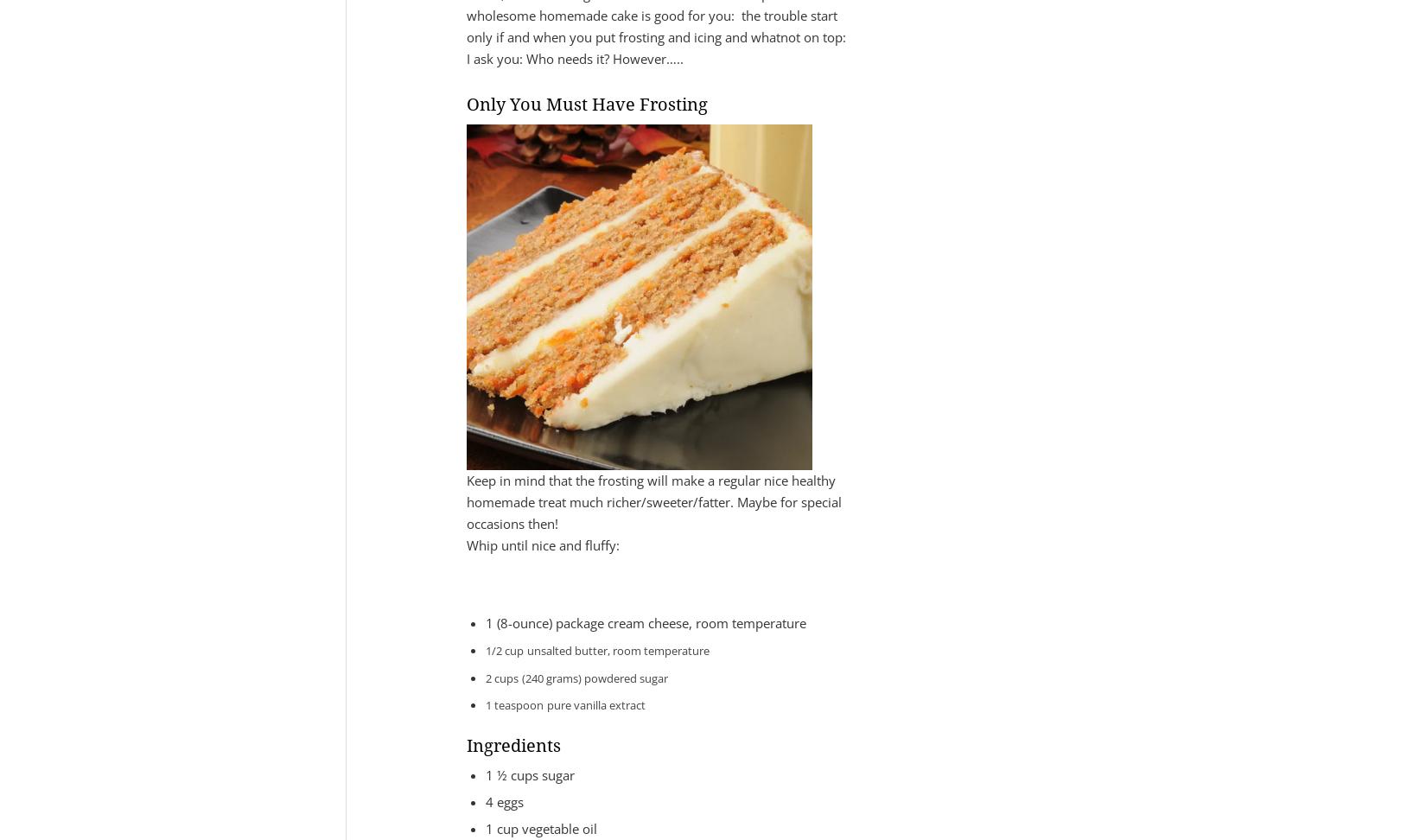 This screenshot has height=840, width=1426. I want to click on '2 cups', so click(500, 678).